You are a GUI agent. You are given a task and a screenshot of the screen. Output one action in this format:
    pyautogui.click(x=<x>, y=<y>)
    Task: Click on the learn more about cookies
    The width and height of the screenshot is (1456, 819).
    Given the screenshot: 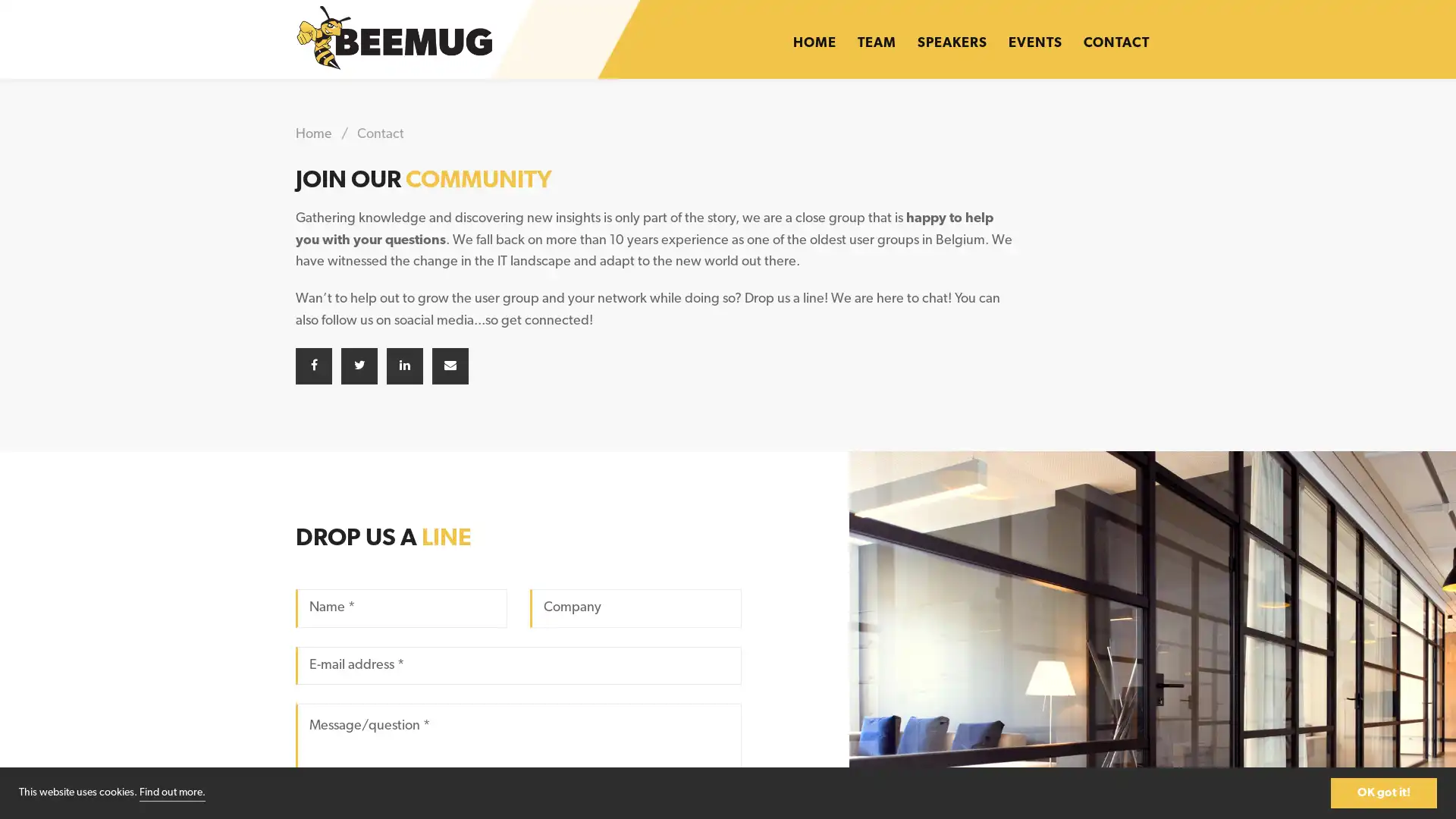 What is the action you would take?
    pyautogui.click(x=172, y=792)
    